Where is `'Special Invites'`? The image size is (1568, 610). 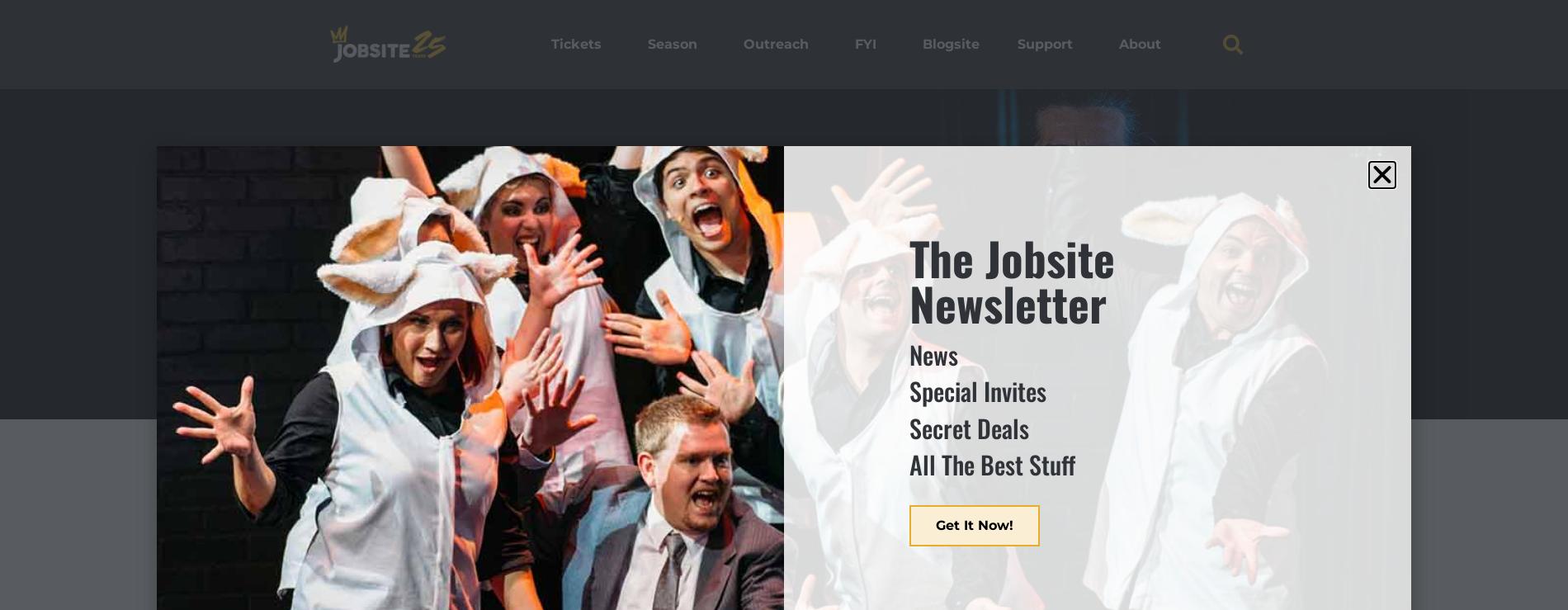 'Special Invites' is located at coordinates (978, 390).